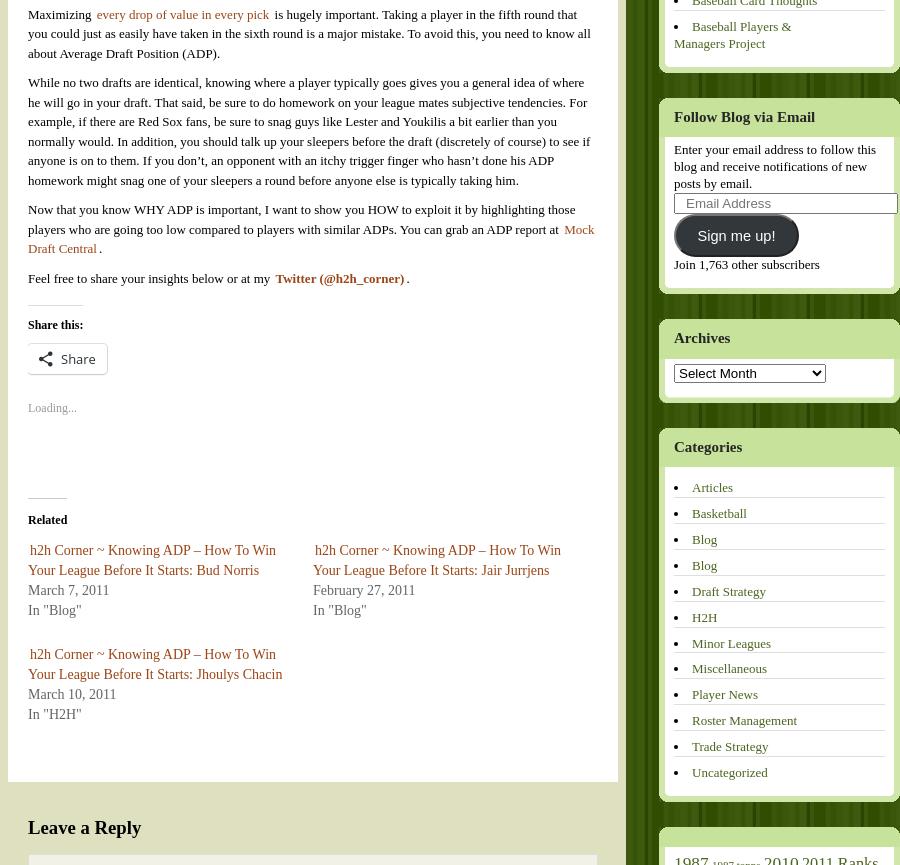 The image size is (900, 865). What do you see at coordinates (728, 771) in the screenshot?
I see `'Uncategorized'` at bounding box center [728, 771].